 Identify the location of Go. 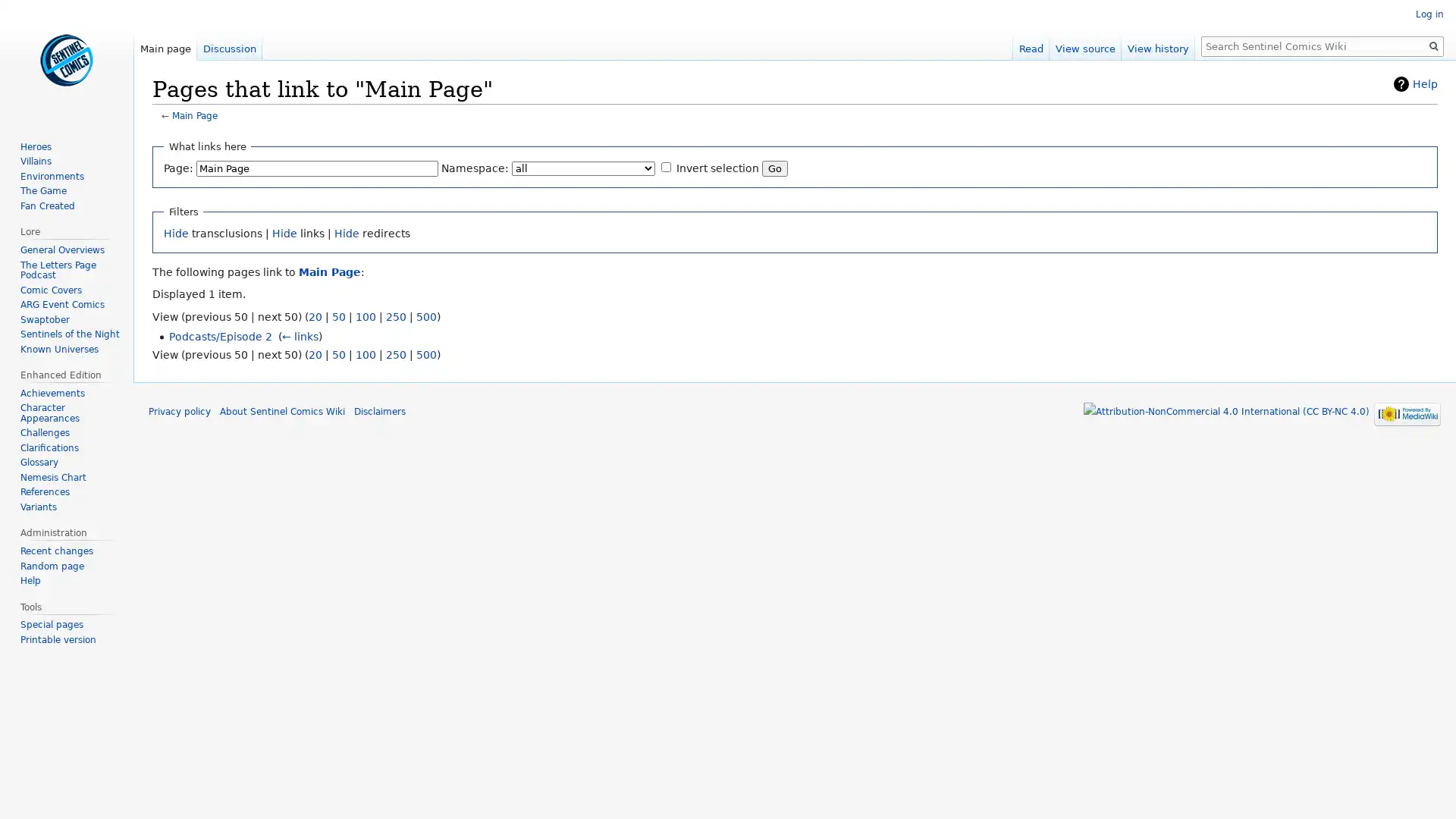
(775, 168).